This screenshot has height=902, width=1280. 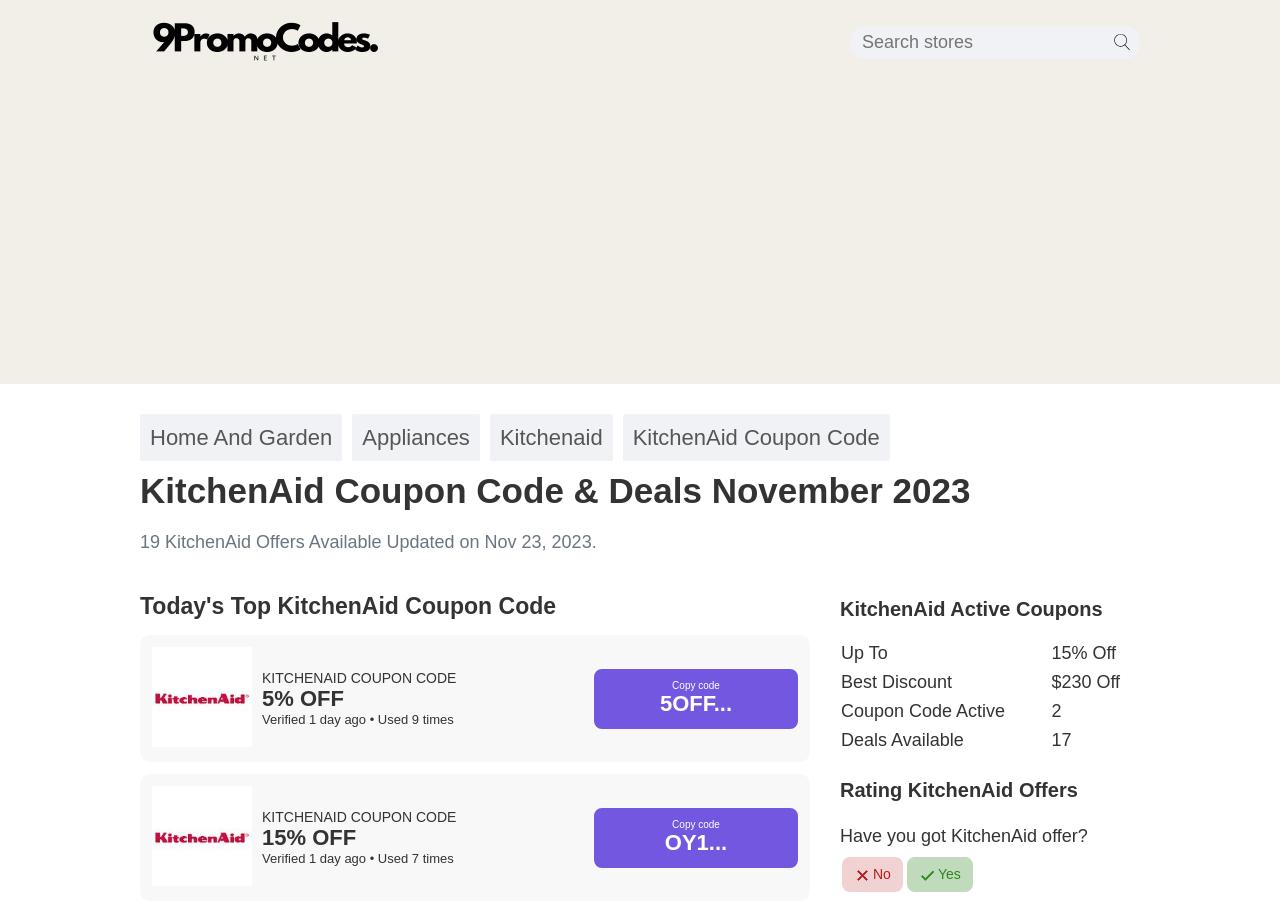 I want to click on 'Coupon Code Active', so click(x=922, y=710).